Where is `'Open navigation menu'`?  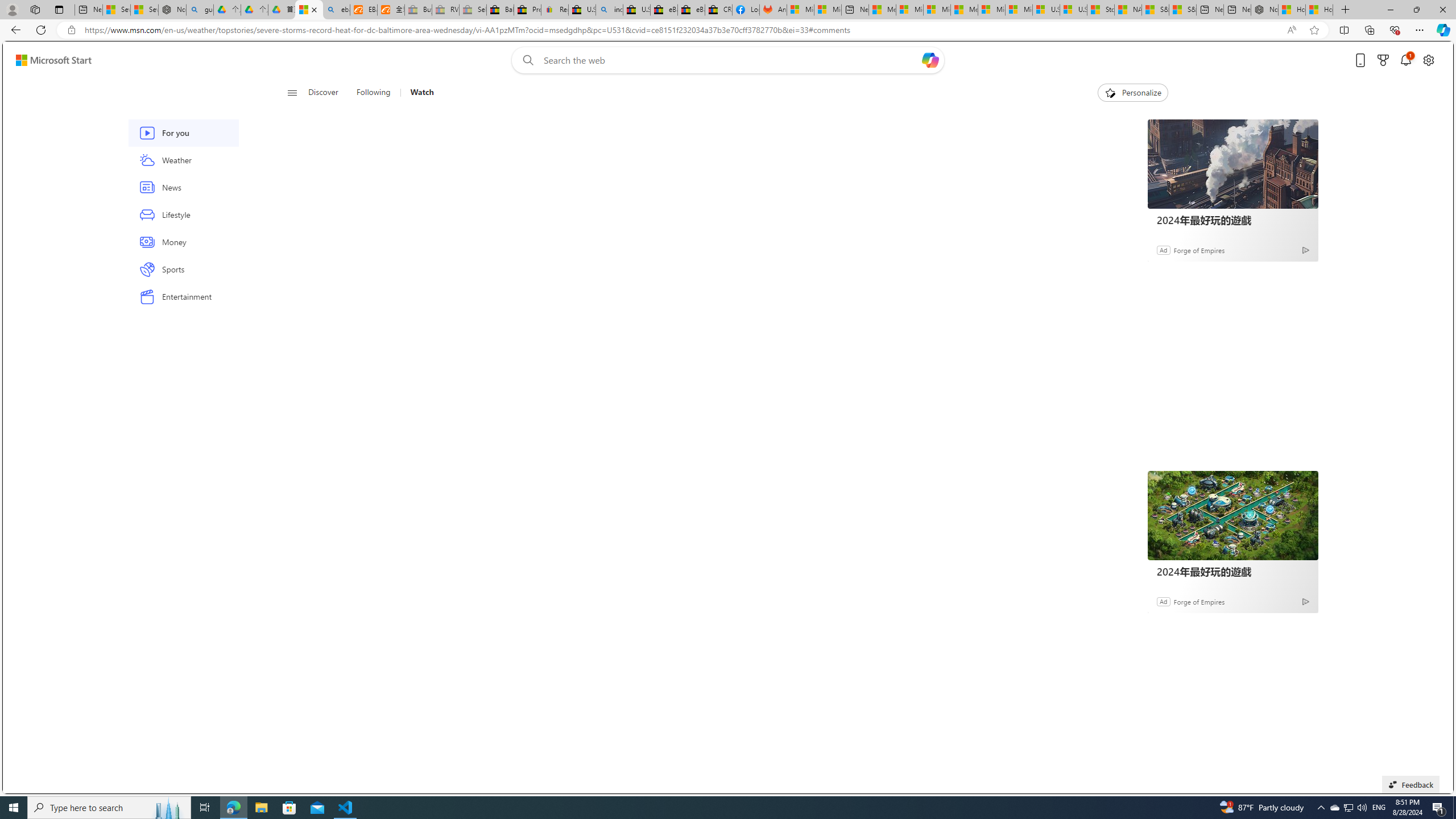 'Open navigation menu' is located at coordinates (292, 92).